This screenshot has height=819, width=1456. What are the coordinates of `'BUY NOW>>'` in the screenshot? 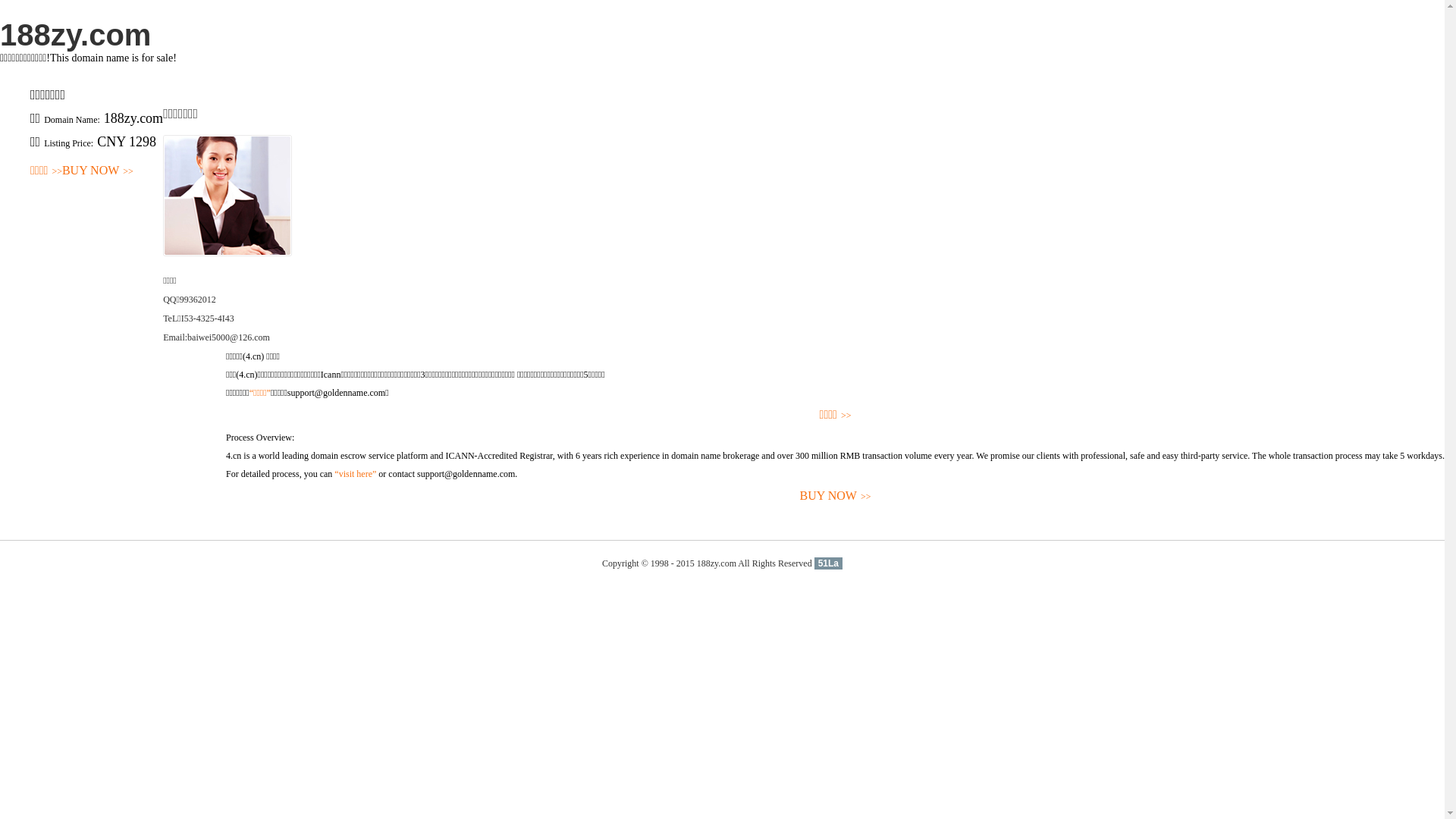 It's located at (97, 171).